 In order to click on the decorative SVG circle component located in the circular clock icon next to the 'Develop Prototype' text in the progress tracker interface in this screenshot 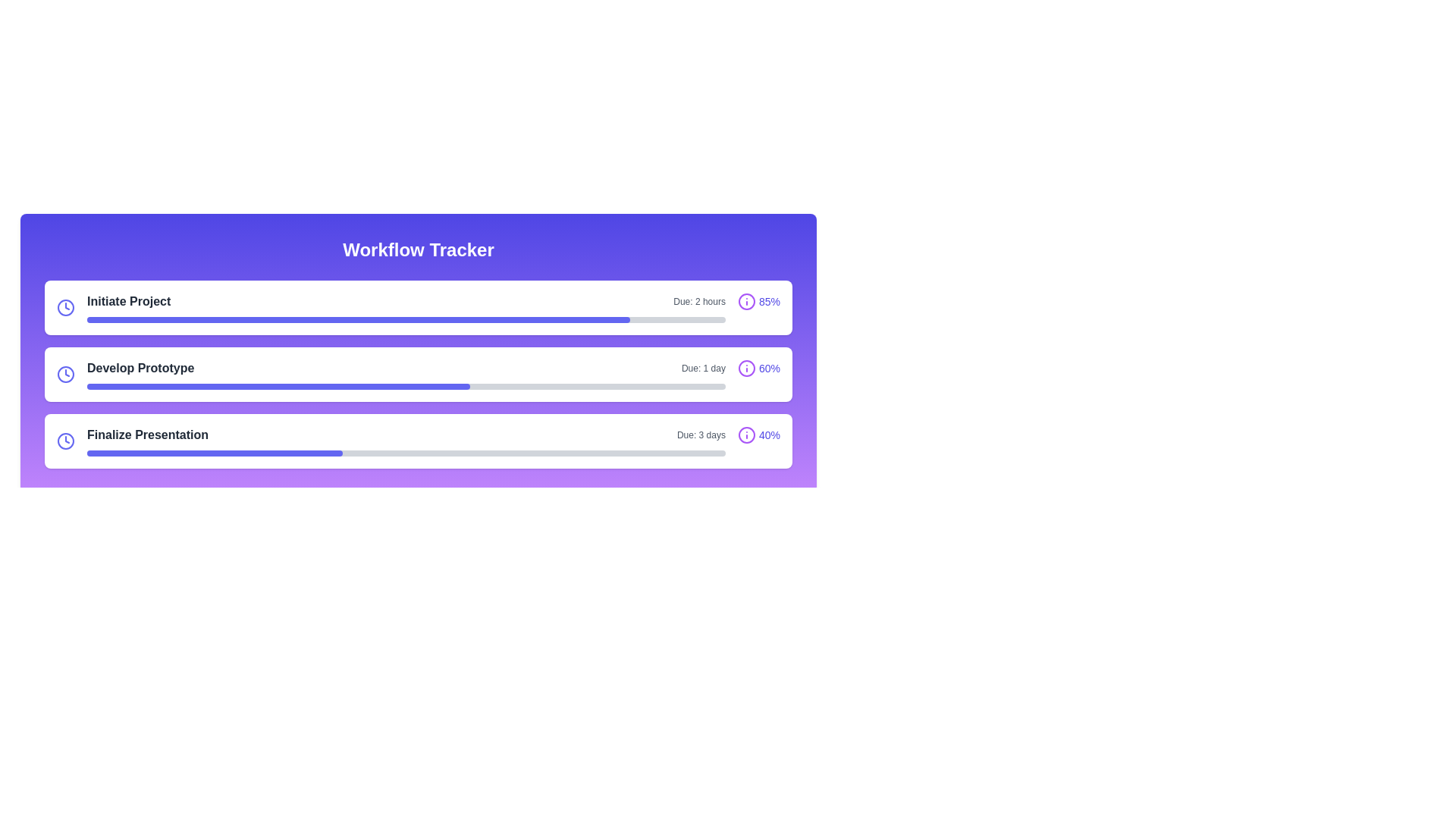, I will do `click(64, 374)`.